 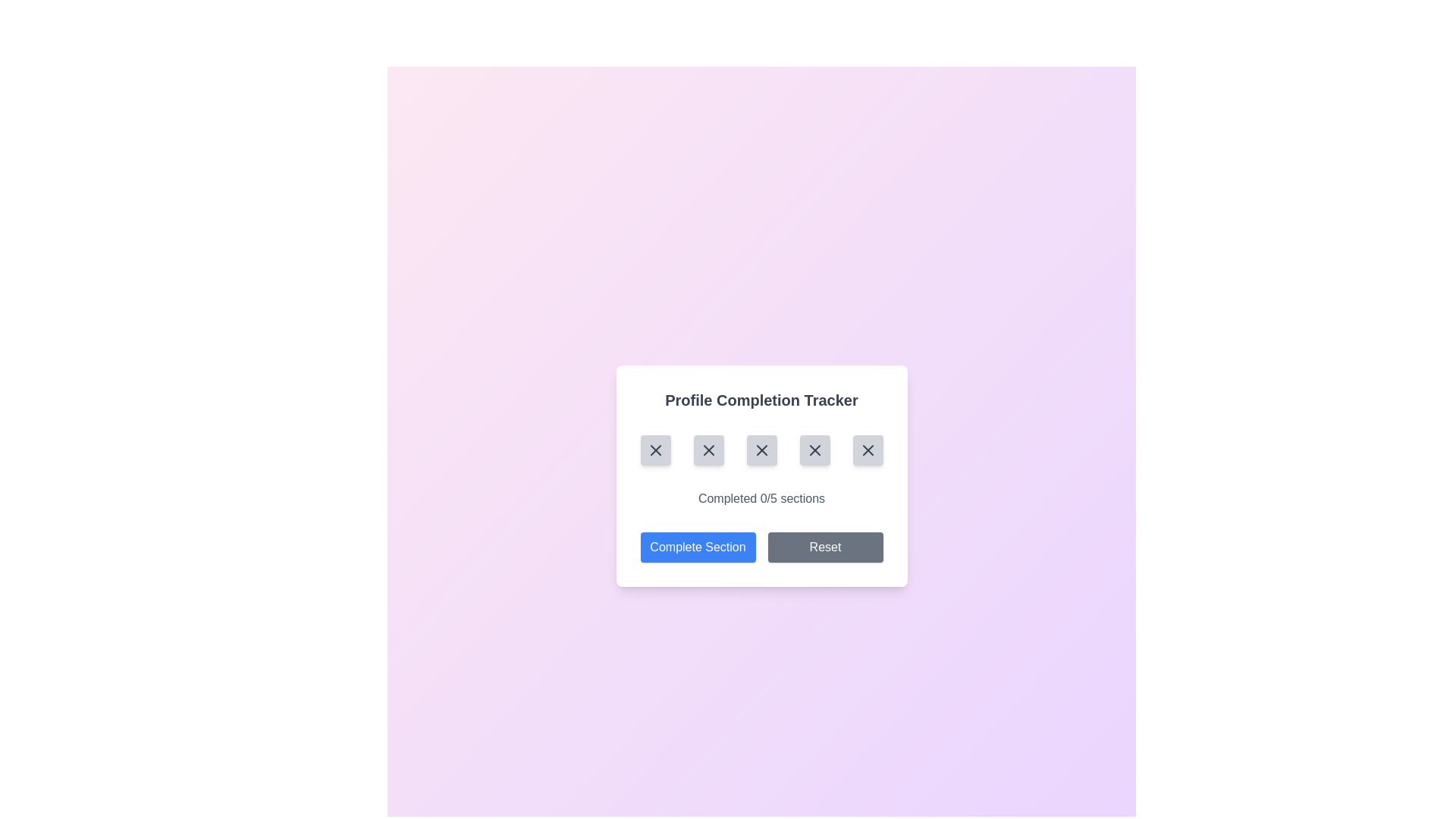 What do you see at coordinates (868, 450) in the screenshot?
I see `the icon button indicating the uncompleted state of a checklist item in the Profile Completion Tracker` at bounding box center [868, 450].